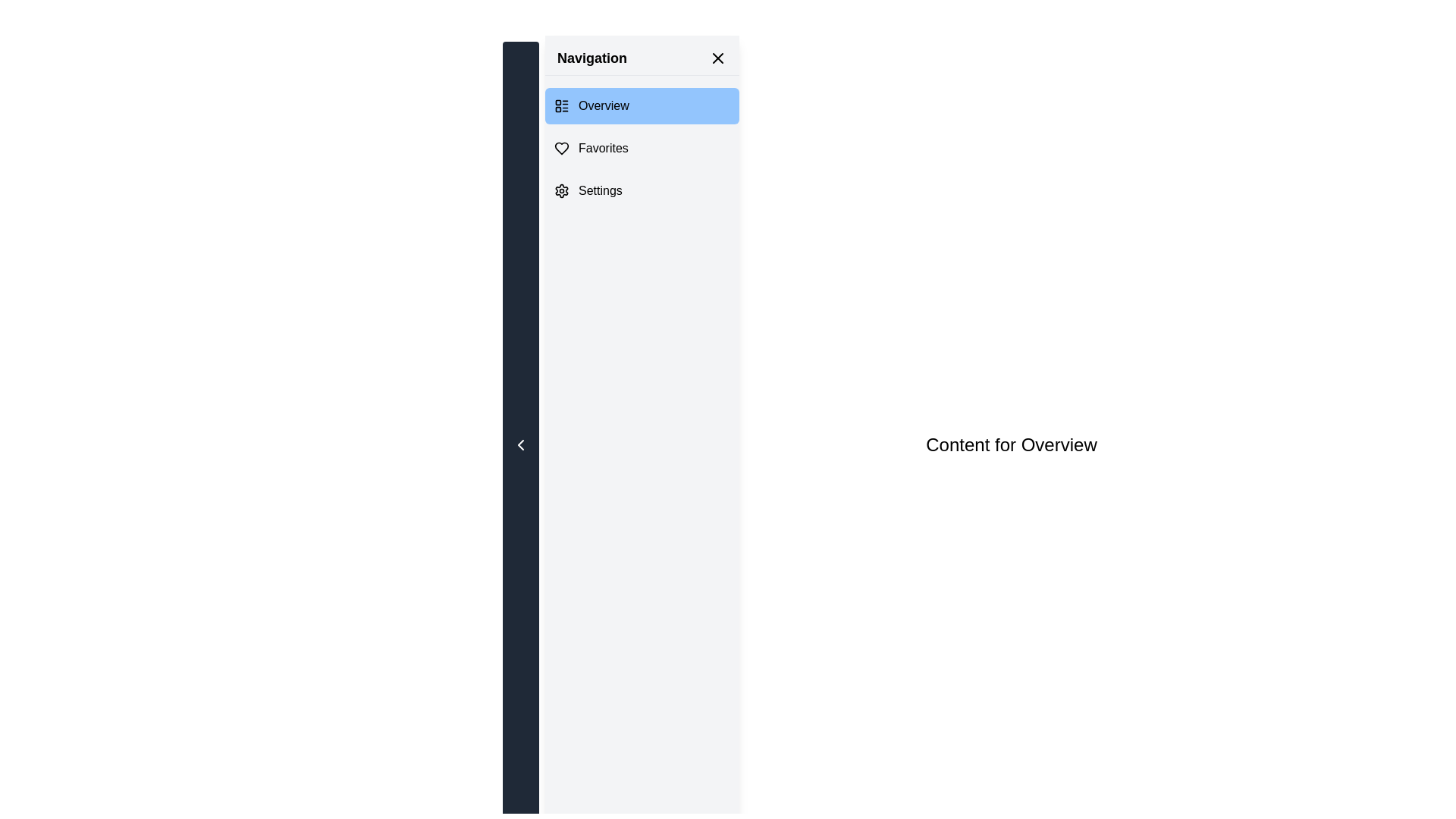  What do you see at coordinates (600, 190) in the screenshot?
I see `the Text label located below the 'Favorites' item in the left navigation menu, next to the gear icon` at bounding box center [600, 190].